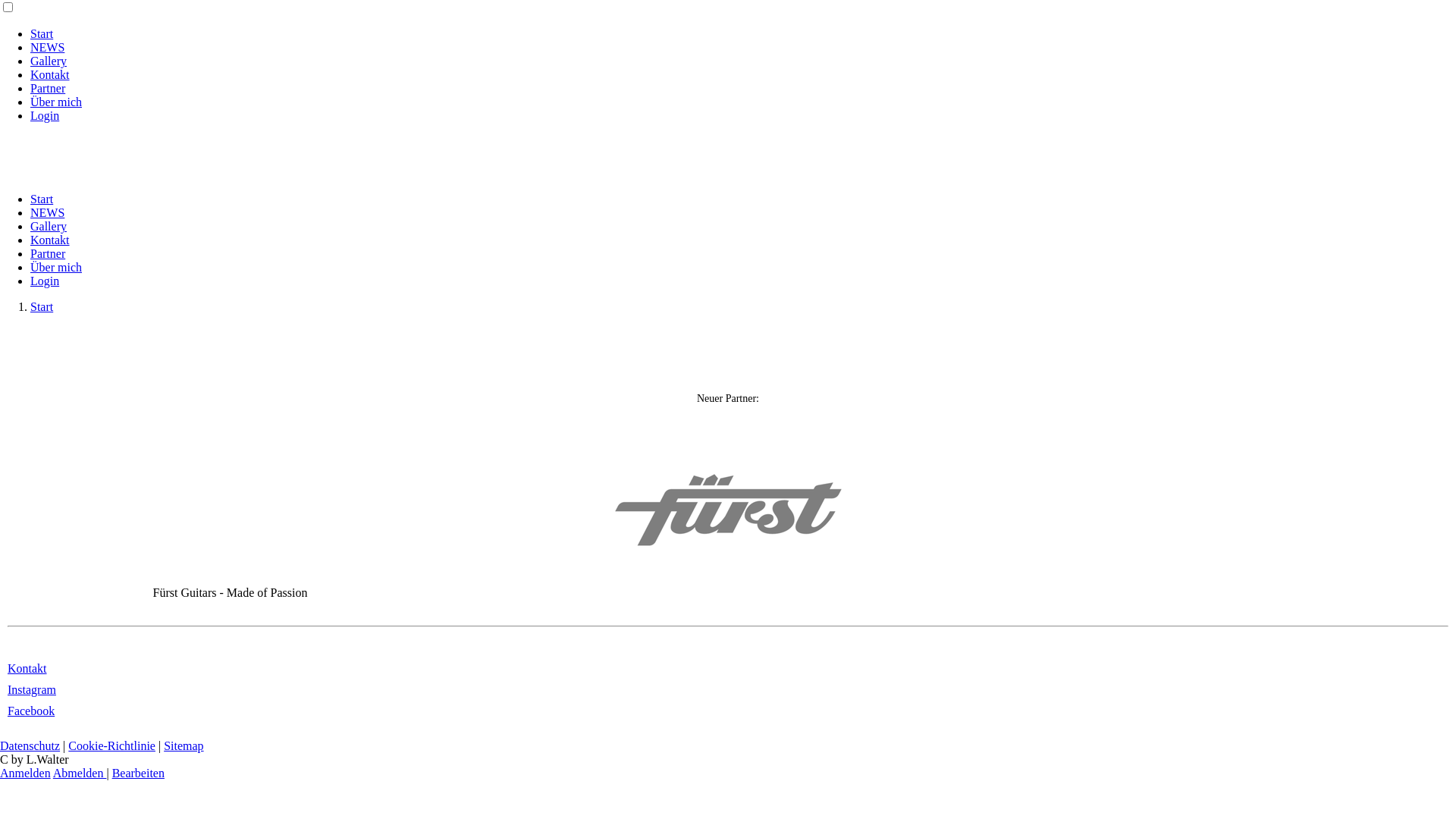  What do you see at coordinates (41, 306) in the screenshot?
I see `'Start'` at bounding box center [41, 306].